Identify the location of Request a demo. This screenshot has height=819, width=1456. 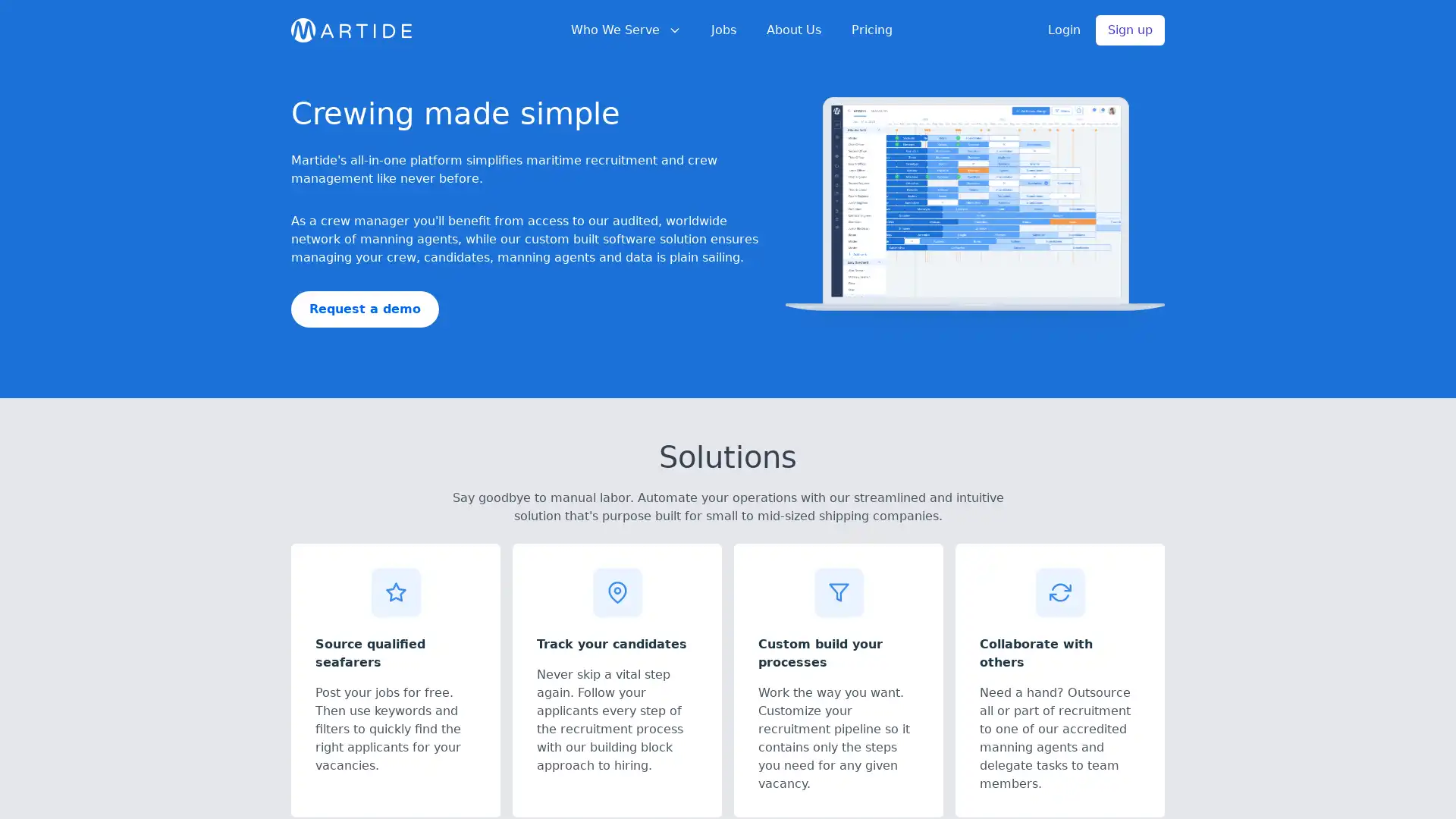
(365, 309).